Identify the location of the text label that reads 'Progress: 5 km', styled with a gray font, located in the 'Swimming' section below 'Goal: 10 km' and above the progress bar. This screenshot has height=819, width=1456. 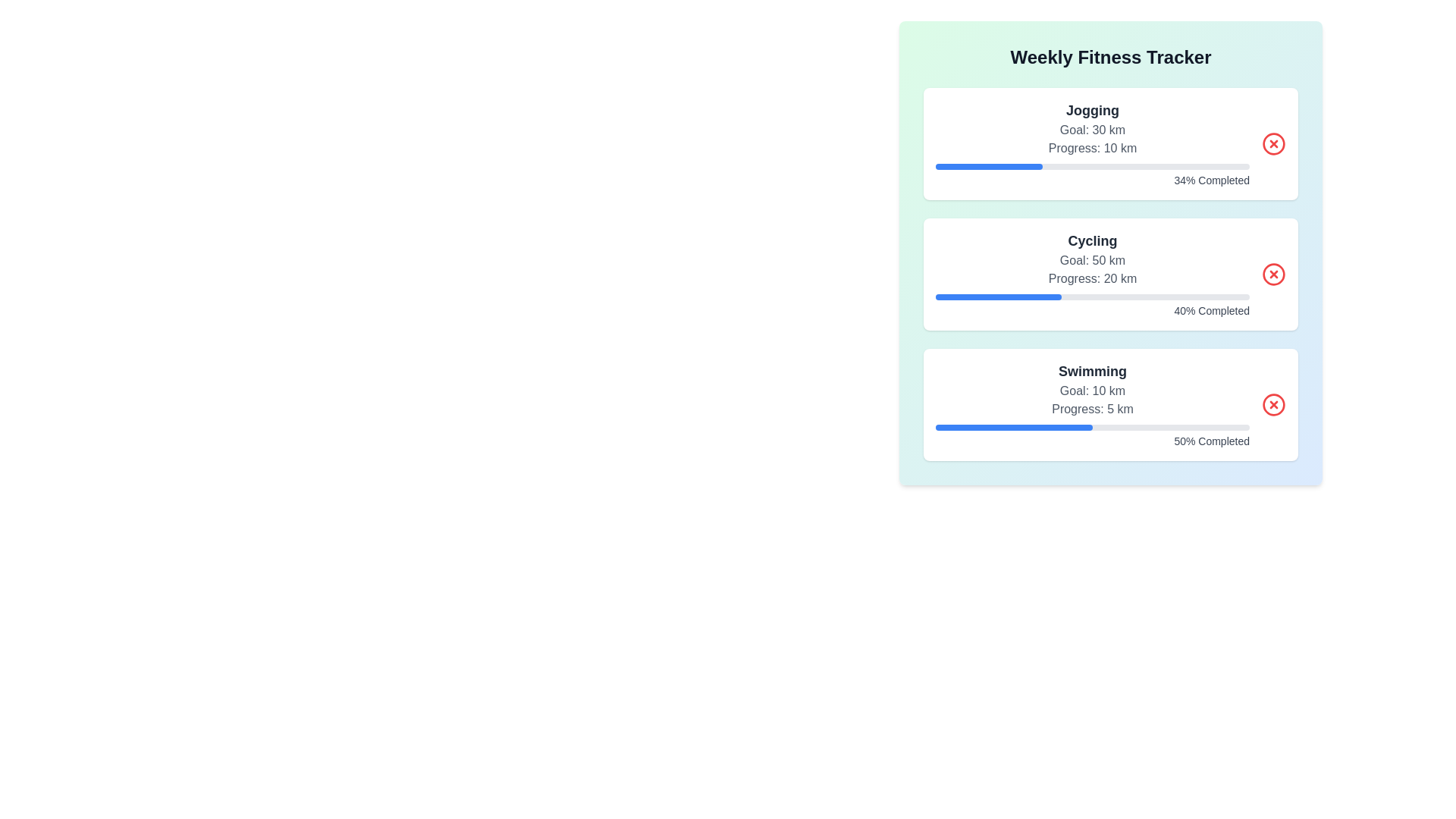
(1092, 409).